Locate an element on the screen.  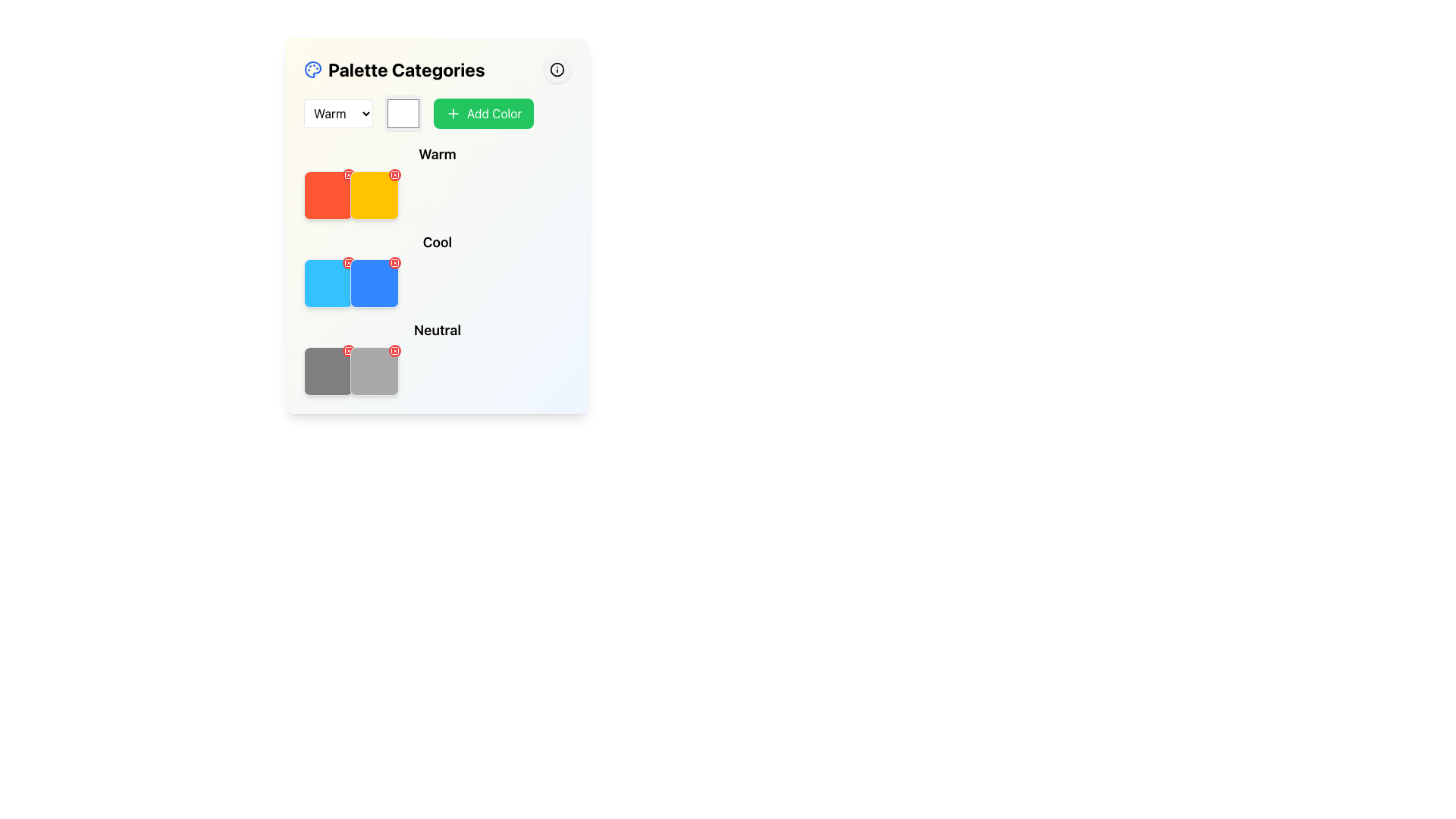
the delete button located in the top-right corner of the blue-colored square panel in the 'Cool' section of the color palette interface is located at coordinates (395, 262).